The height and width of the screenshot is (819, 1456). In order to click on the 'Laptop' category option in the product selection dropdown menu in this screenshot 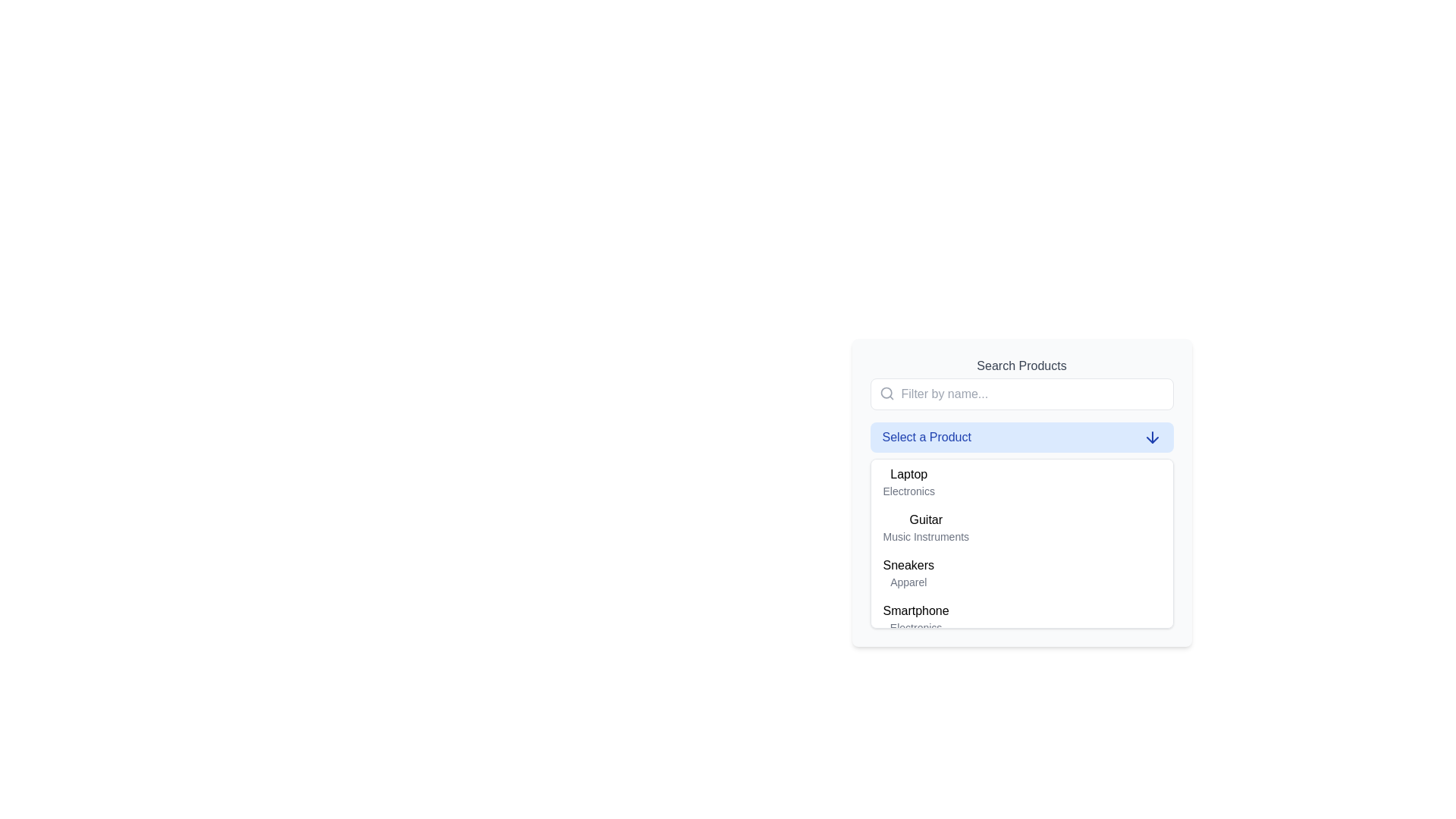, I will do `click(908, 482)`.